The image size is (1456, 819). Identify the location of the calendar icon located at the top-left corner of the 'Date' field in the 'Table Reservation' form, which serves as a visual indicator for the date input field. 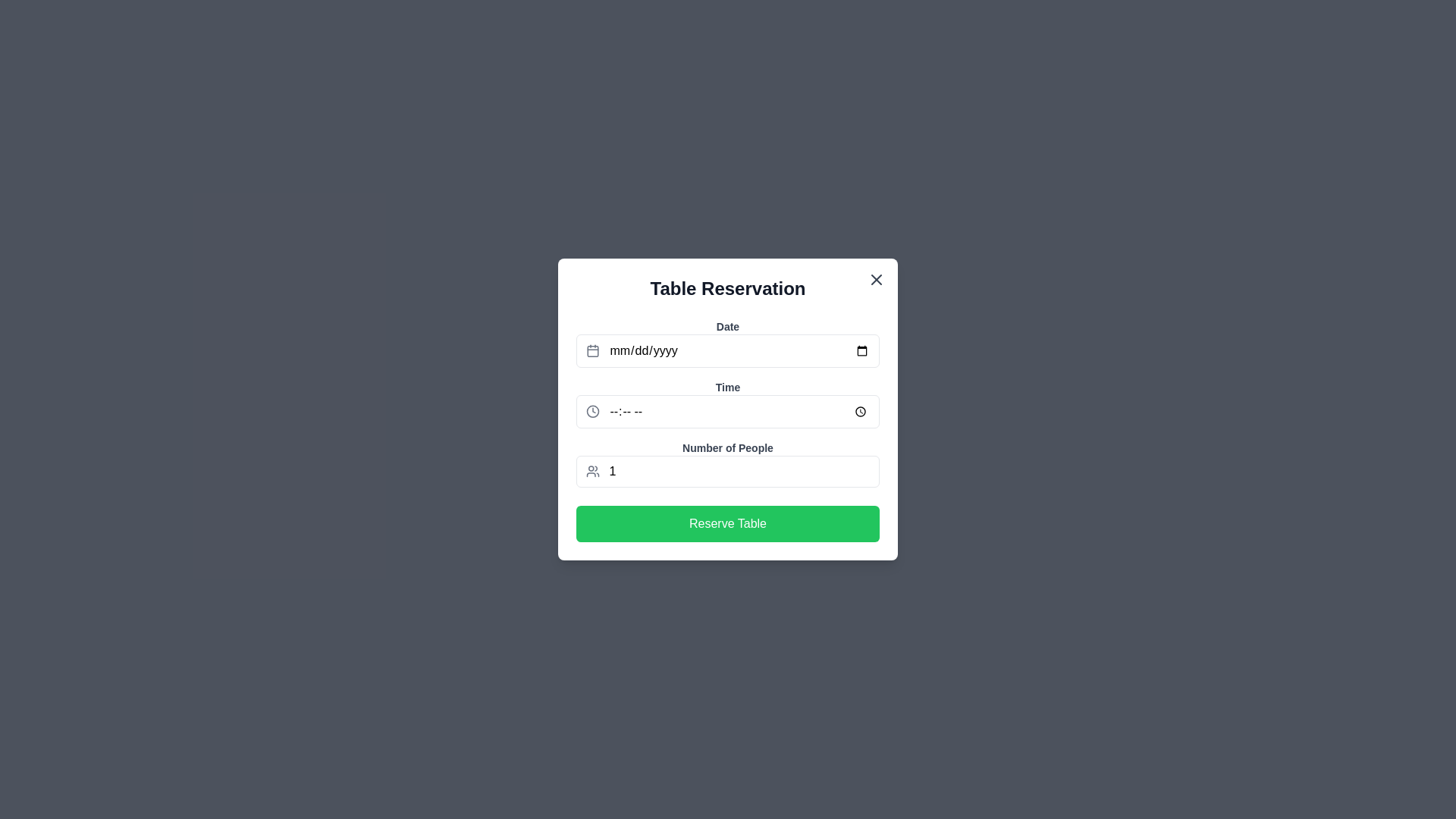
(592, 350).